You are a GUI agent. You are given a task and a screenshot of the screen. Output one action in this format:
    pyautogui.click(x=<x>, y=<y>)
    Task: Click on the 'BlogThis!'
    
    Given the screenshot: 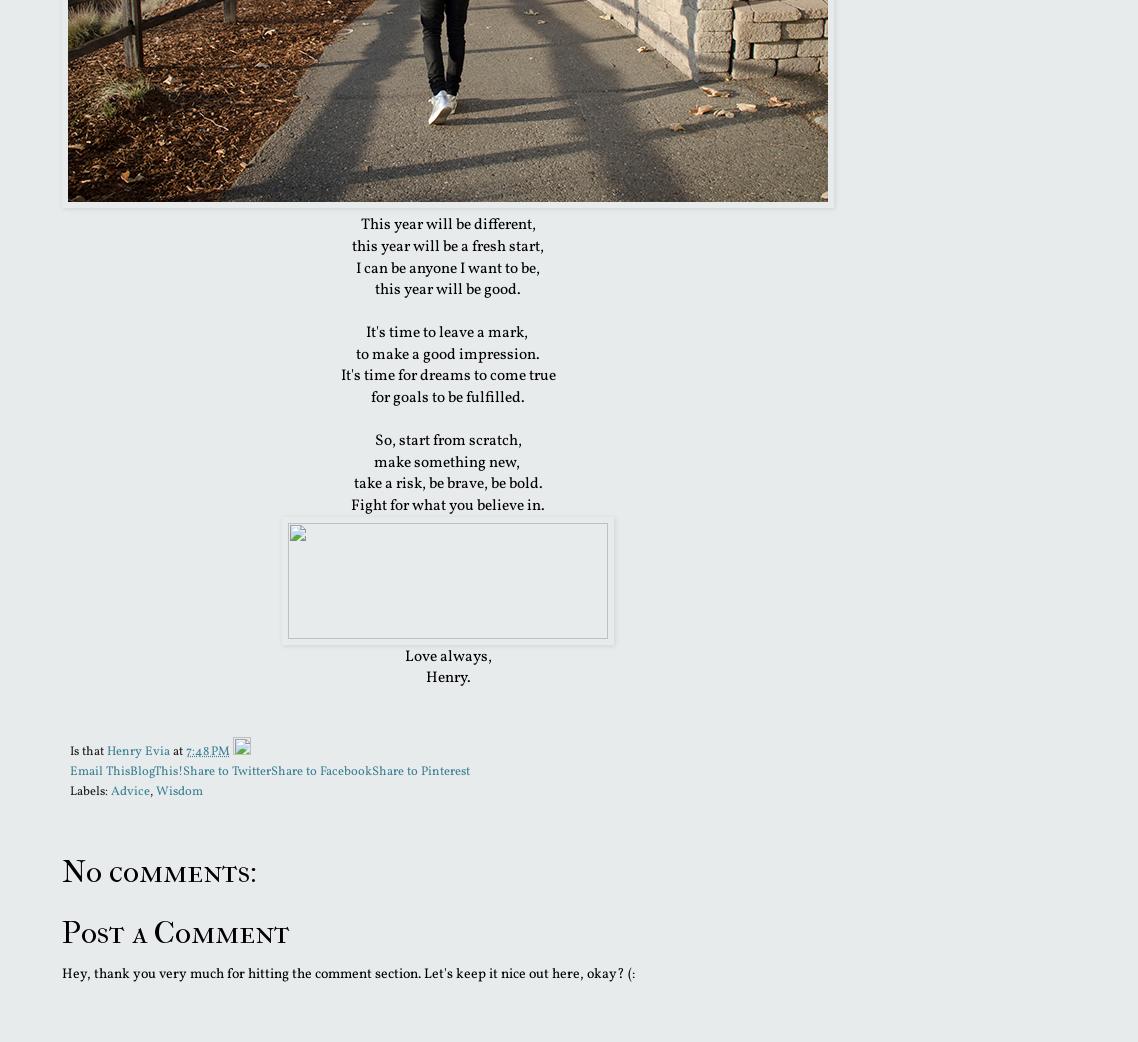 What is the action you would take?
    pyautogui.click(x=156, y=769)
    